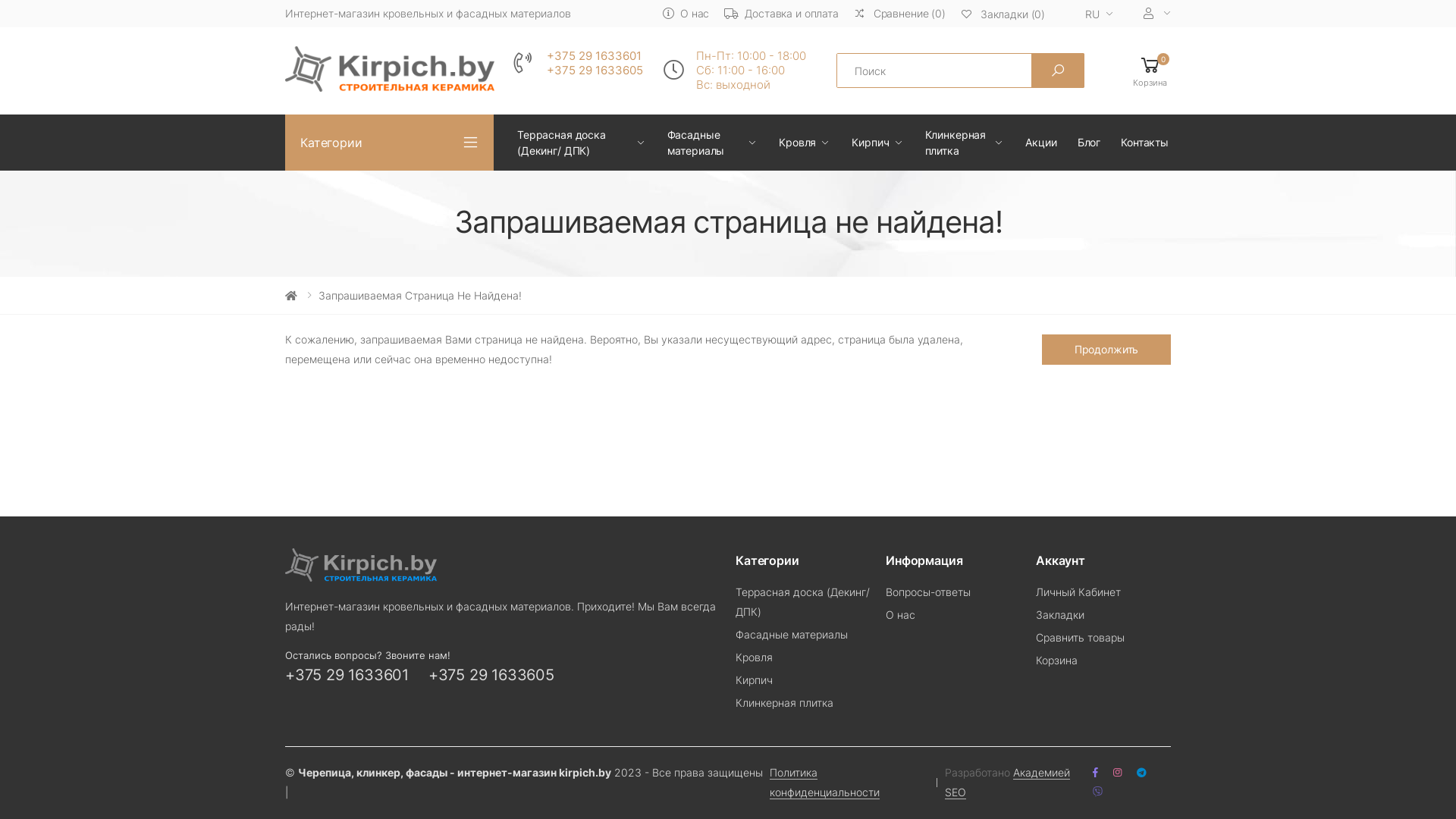 This screenshot has width=1456, height=819. I want to click on '+375 29 1633605', so click(546, 71).